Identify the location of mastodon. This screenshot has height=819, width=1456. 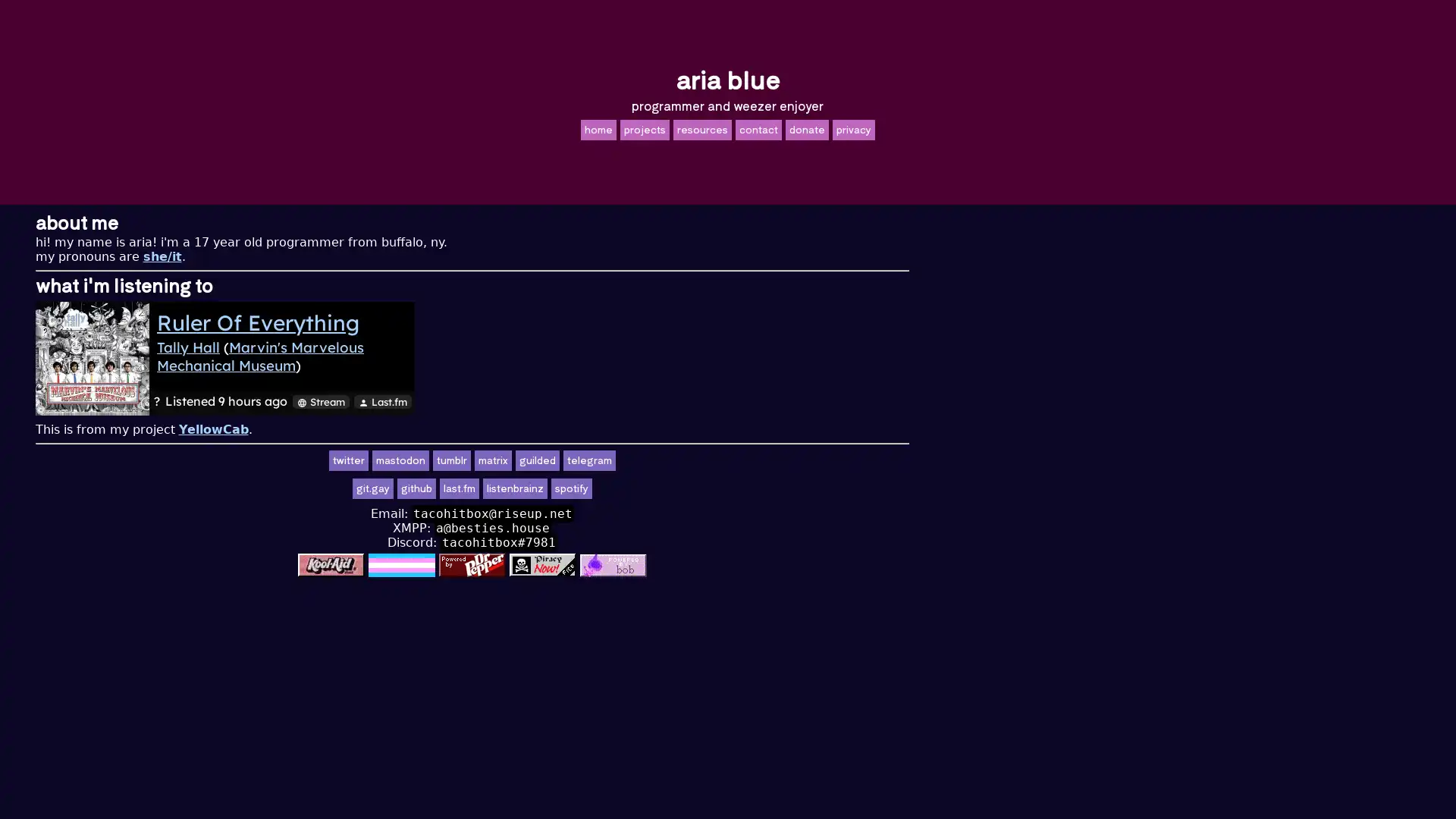
(656, 460).